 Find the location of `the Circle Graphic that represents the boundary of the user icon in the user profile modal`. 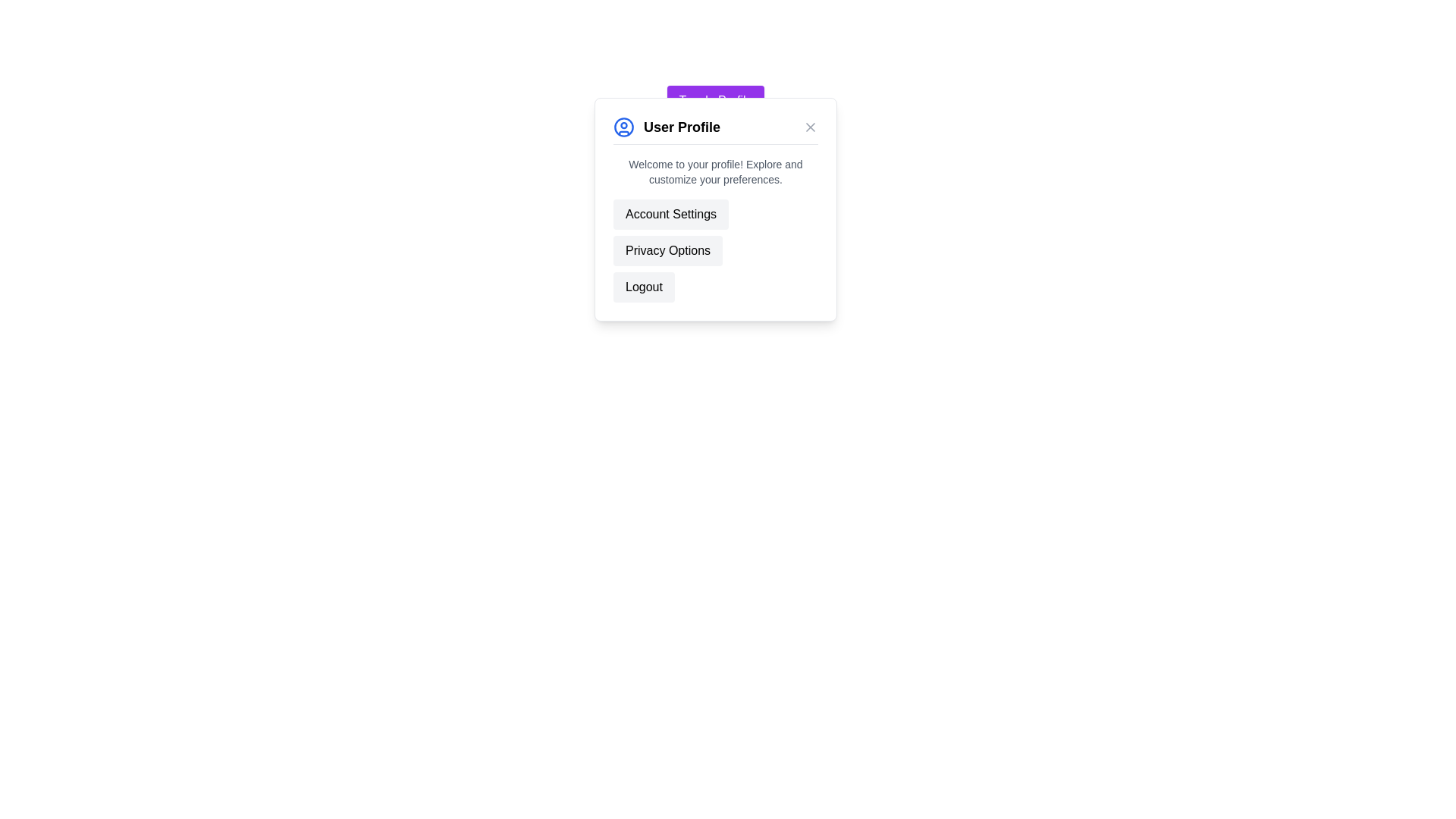

the Circle Graphic that represents the boundary of the user icon in the user profile modal is located at coordinates (623, 127).